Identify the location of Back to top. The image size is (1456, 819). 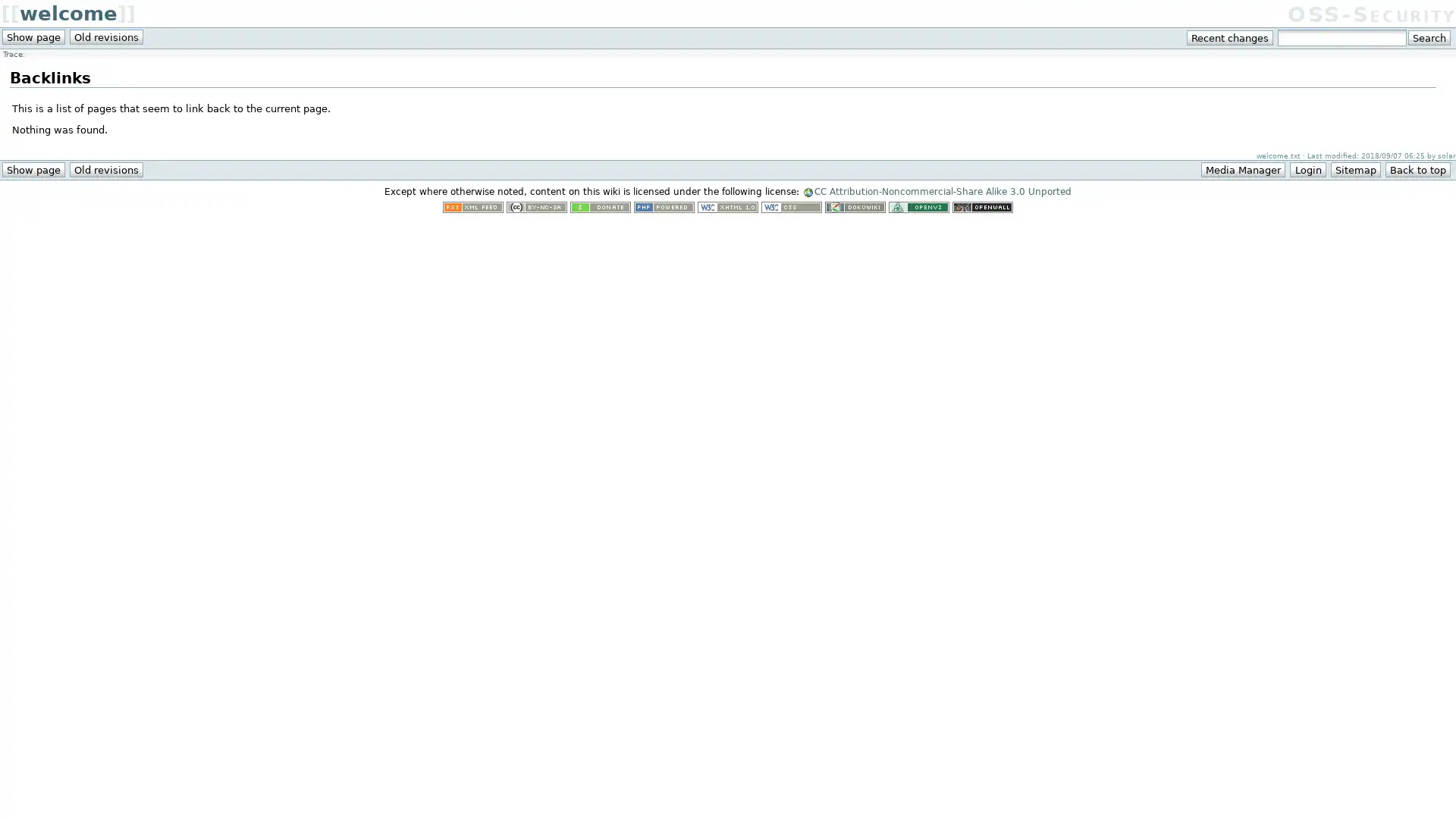
(1417, 169).